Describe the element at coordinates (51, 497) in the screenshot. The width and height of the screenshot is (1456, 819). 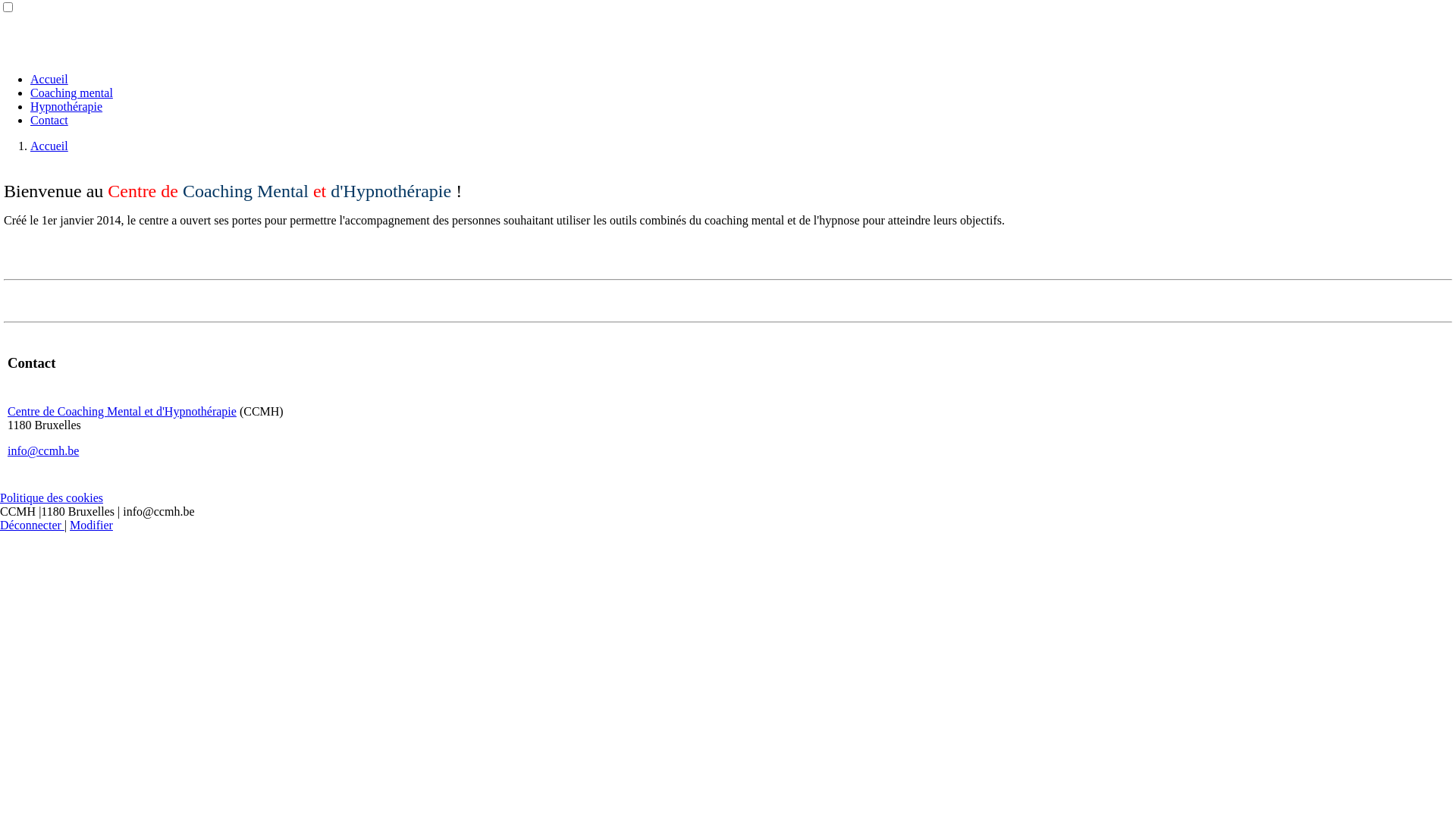
I see `'Politique des cookies'` at that location.